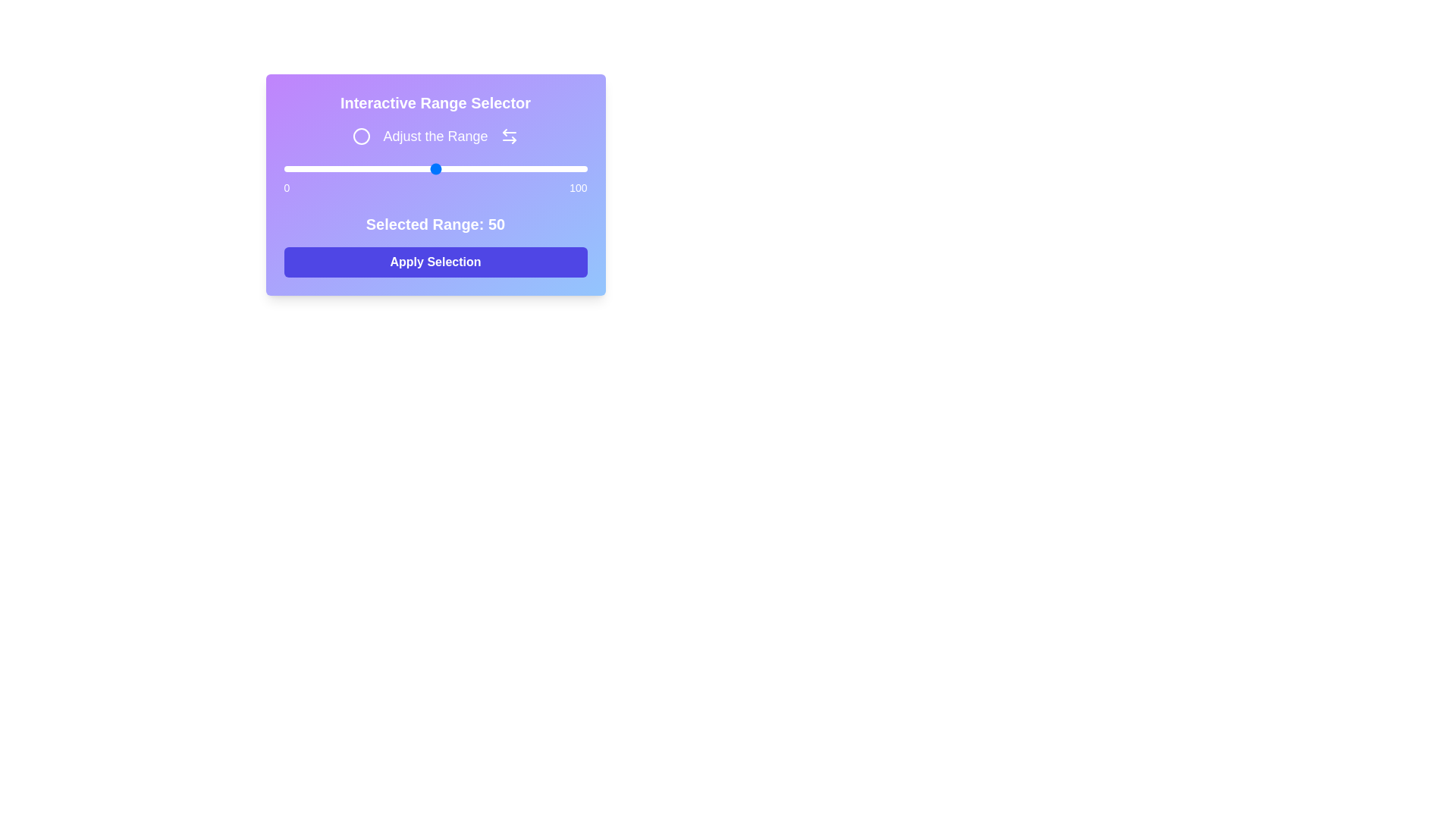 Image resolution: width=1456 pixels, height=819 pixels. I want to click on the slider to set the range to 28, so click(369, 169).